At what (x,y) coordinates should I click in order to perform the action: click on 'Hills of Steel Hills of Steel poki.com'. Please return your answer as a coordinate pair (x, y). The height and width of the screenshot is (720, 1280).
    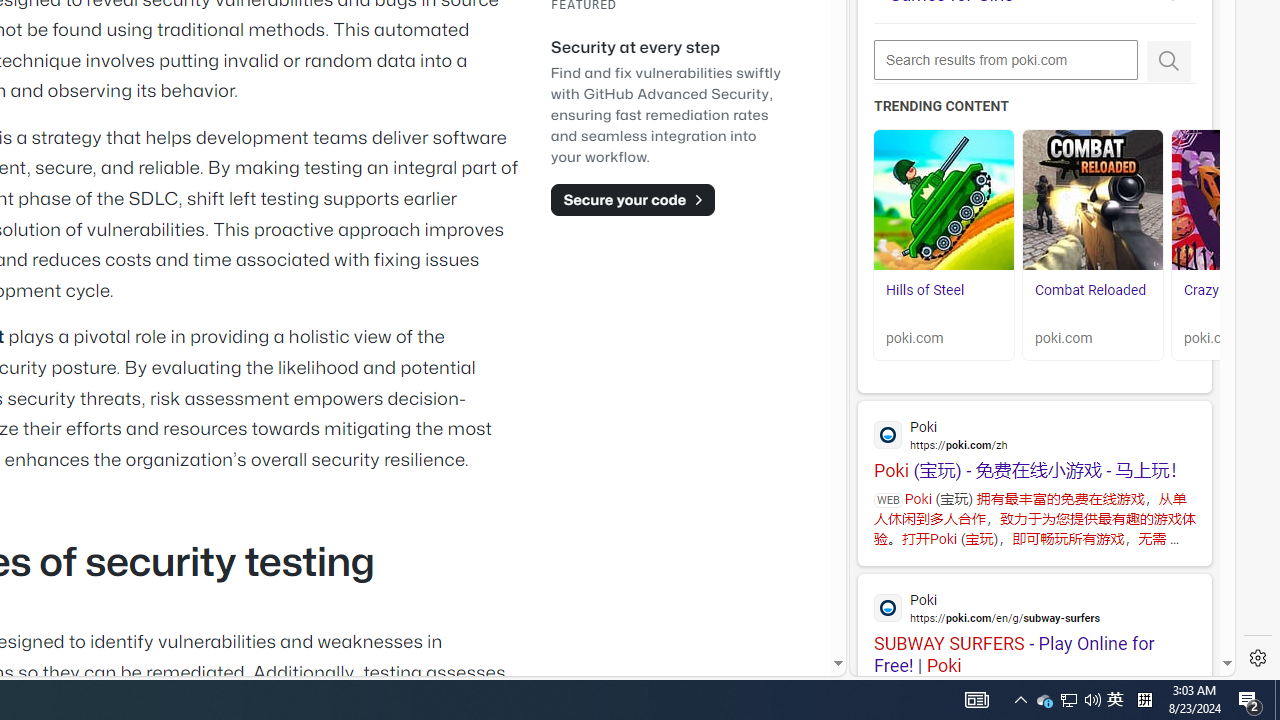
    Looking at the image, I should click on (943, 244).